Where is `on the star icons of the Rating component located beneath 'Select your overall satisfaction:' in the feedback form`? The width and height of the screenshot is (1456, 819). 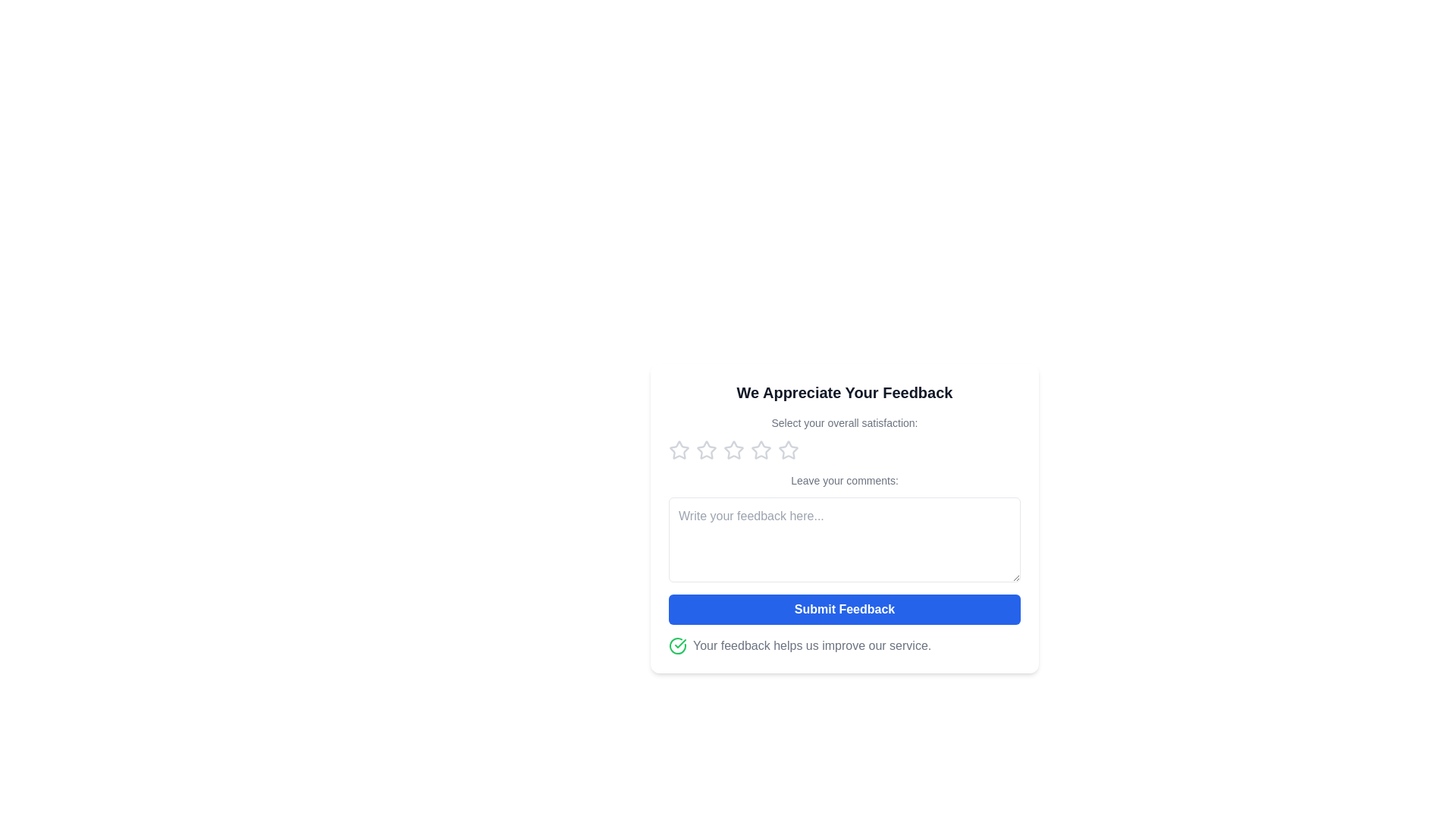
on the star icons of the Rating component located beneath 'Select your overall satisfaction:' in the feedback form is located at coordinates (843, 450).